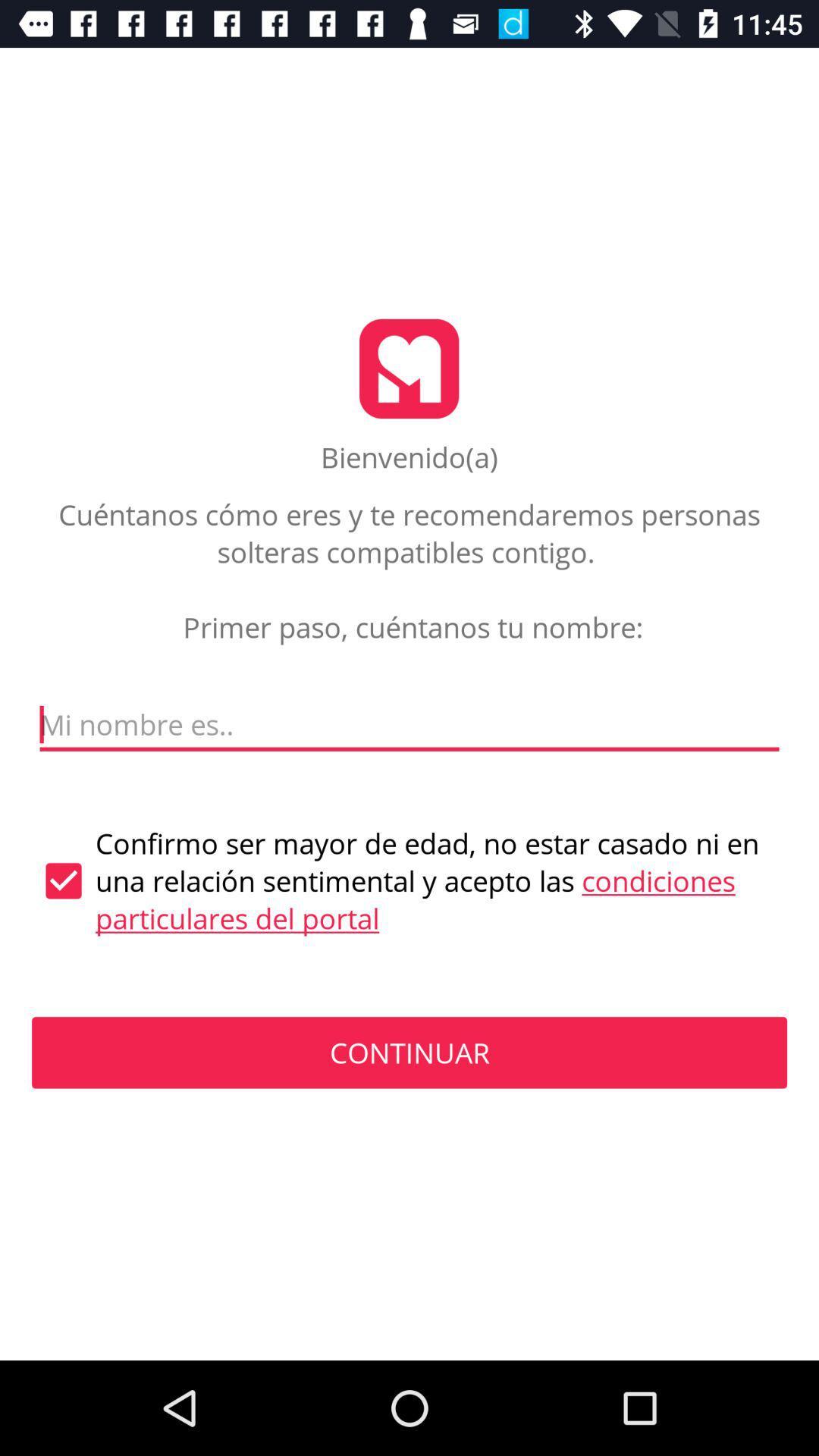 The height and width of the screenshot is (1456, 819). Describe the element at coordinates (409, 1052) in the screenshot. I see `the continuar` at that location.